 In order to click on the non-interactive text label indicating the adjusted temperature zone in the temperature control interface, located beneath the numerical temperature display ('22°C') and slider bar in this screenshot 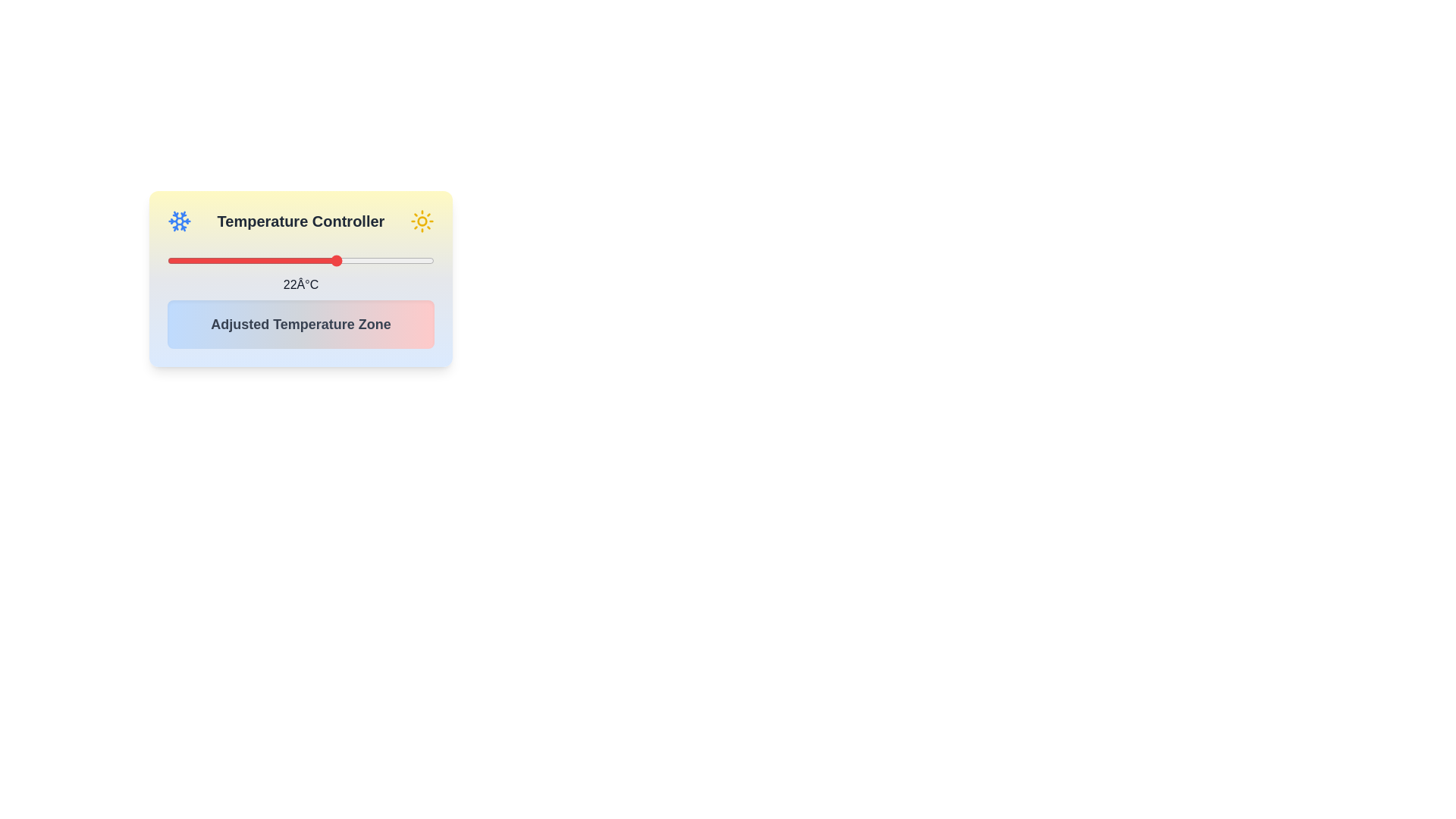, I will do `click(301, 324)`.